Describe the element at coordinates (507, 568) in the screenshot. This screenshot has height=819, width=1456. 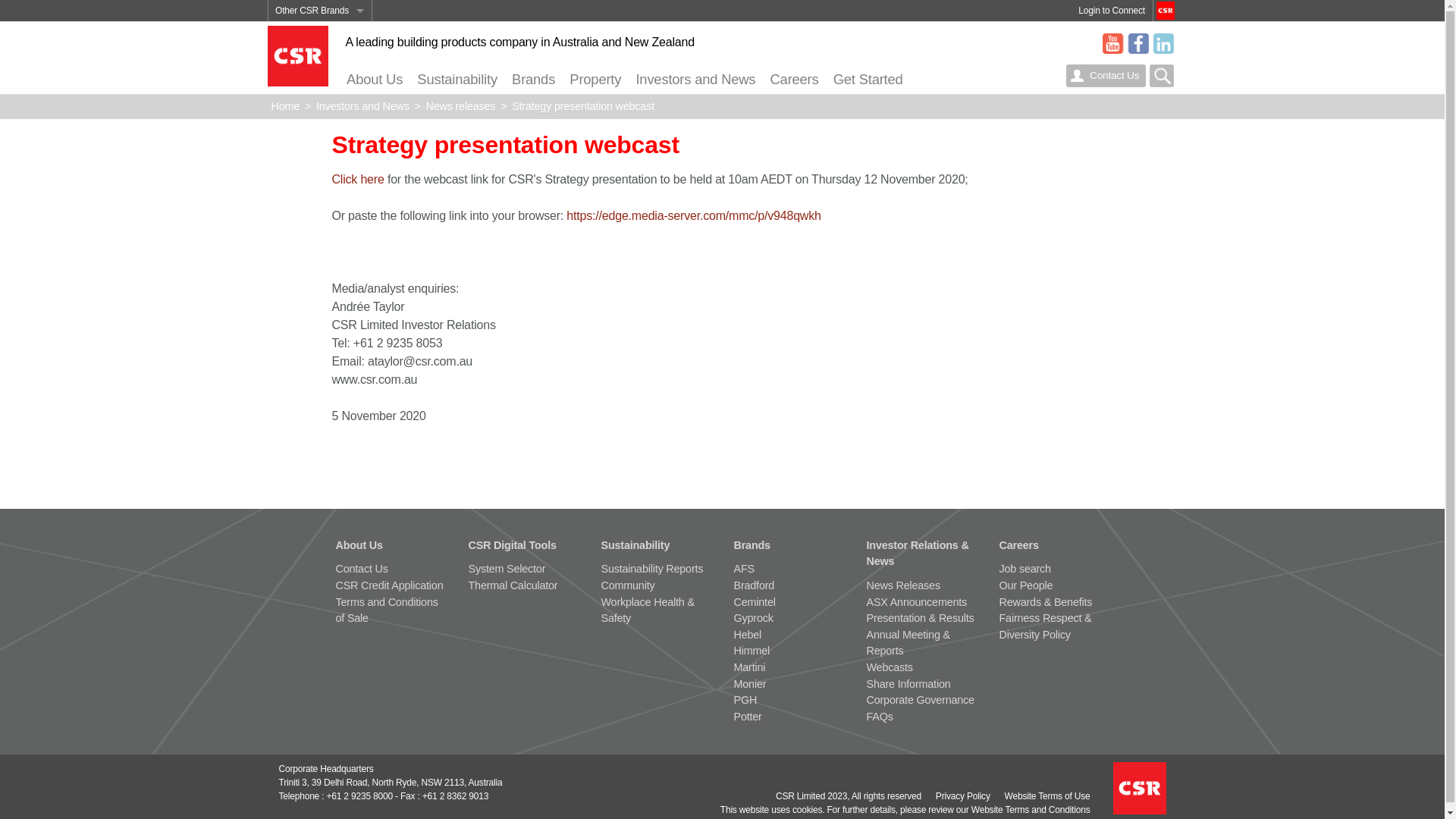
I see `'System Selector'` at that location.